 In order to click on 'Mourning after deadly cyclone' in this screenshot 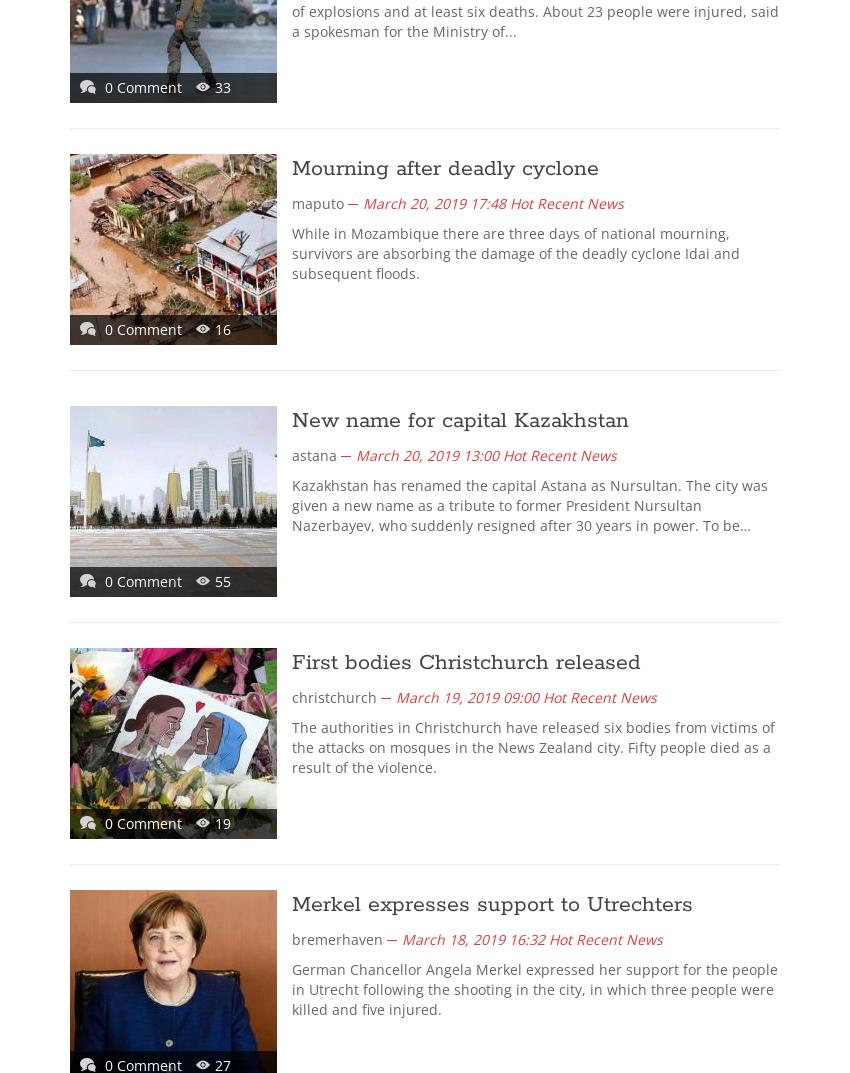, I will do `click(290, 167)`.